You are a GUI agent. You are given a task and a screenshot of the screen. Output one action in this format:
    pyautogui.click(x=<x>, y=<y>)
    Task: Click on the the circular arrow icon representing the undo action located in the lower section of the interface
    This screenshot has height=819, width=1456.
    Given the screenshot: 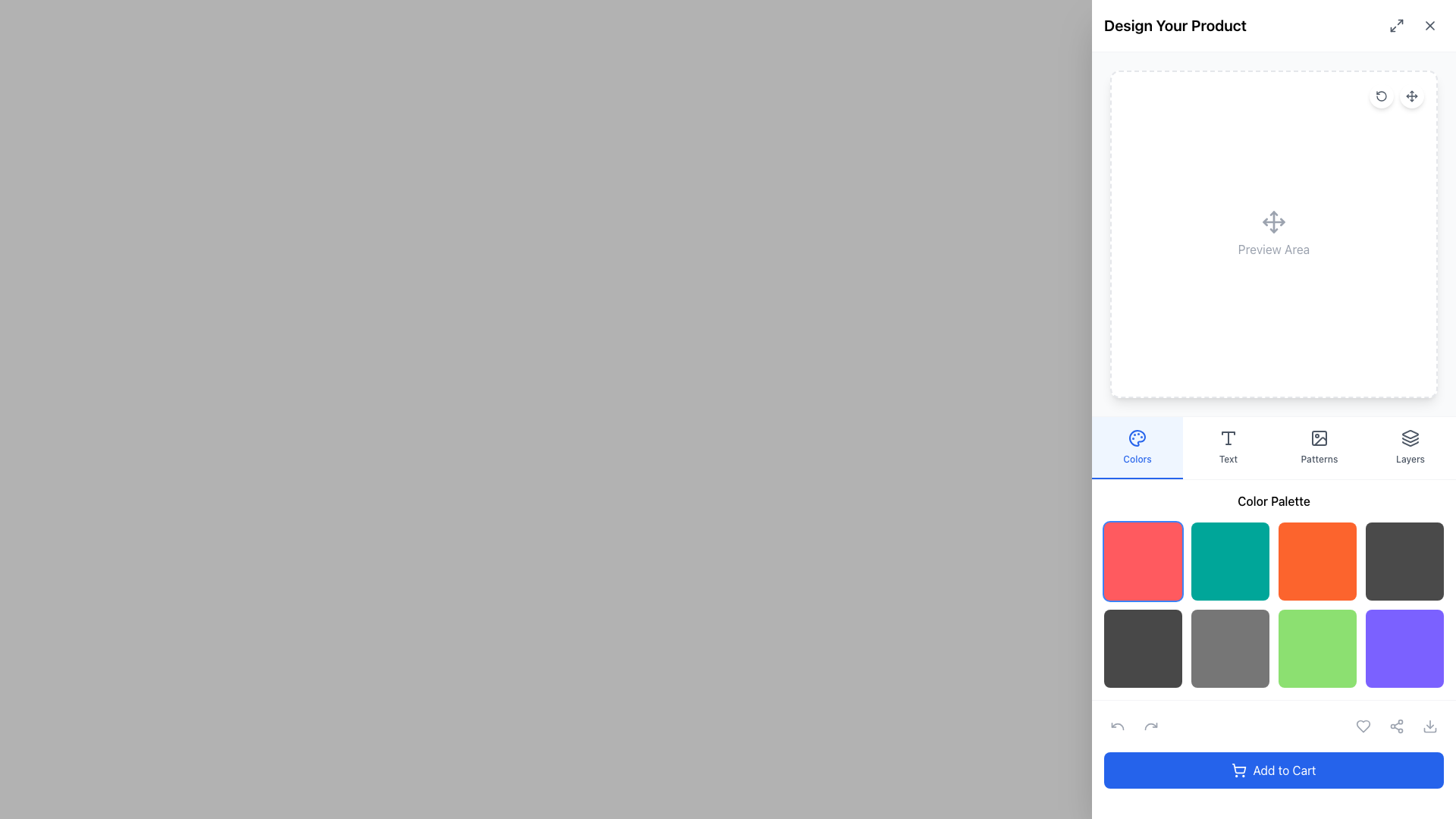 What is the action you would take?
    pyautogui.click(x=1117, y=725)
    